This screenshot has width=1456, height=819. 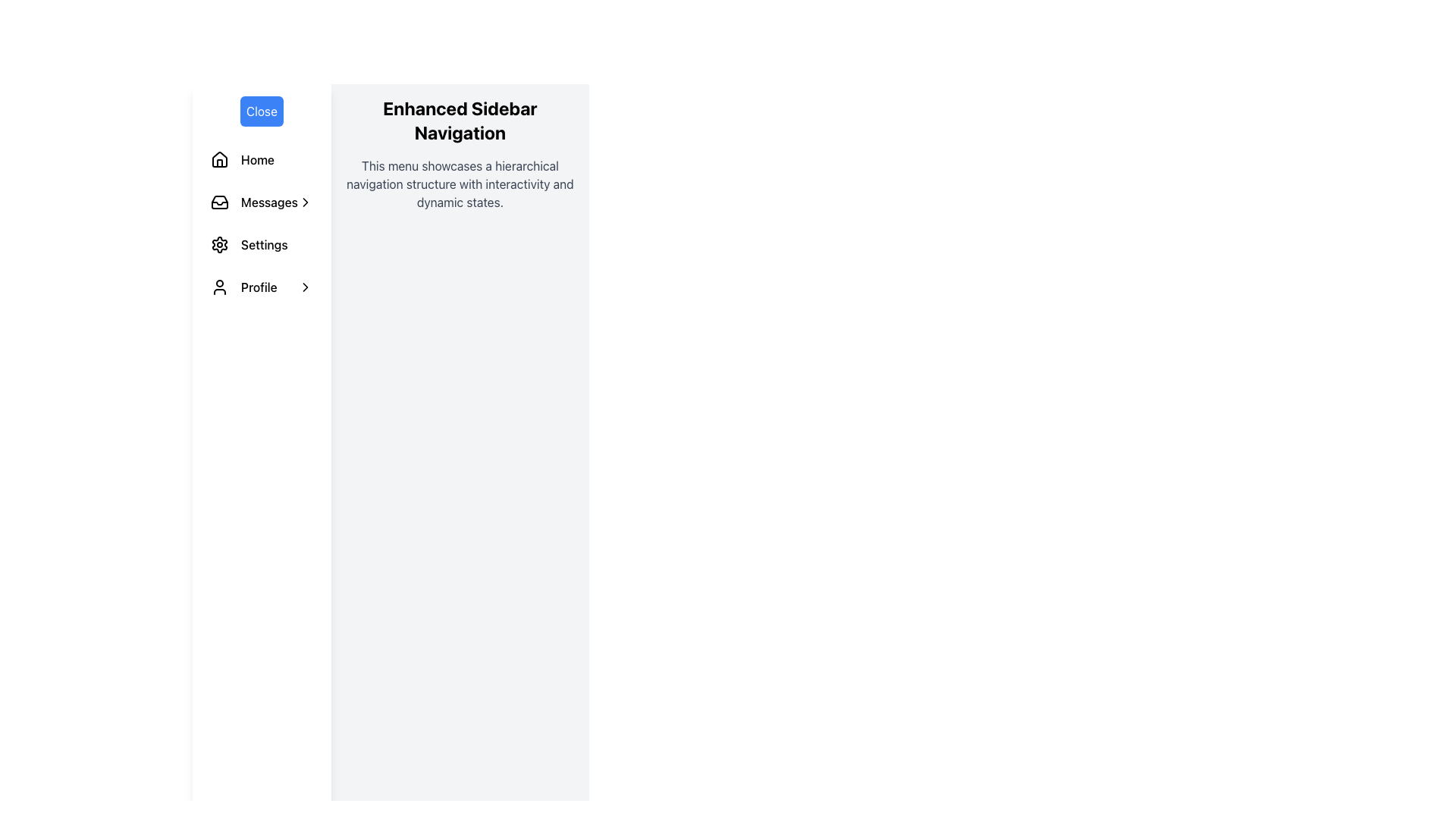 What do you see at coordinates (218, 201) in the screenshot?
I see `the 'Messages' icon located in the navigation sidebar, positioned to the left of the 'Messages' text` at bounding box center [218, 201].